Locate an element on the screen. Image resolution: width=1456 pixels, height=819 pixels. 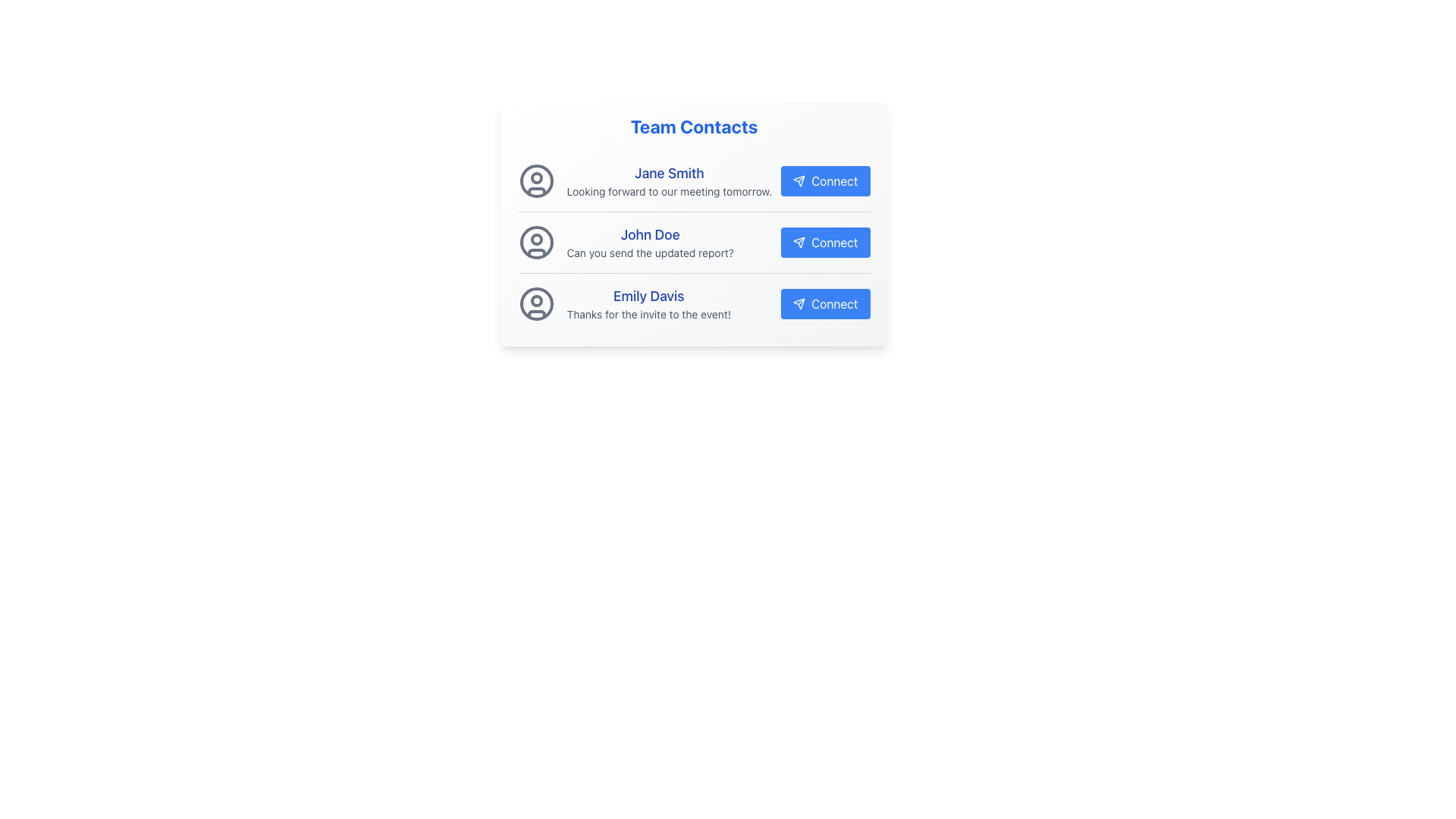
the button located to the right of 'Jane Smith' is located at coordinates (824, 180).